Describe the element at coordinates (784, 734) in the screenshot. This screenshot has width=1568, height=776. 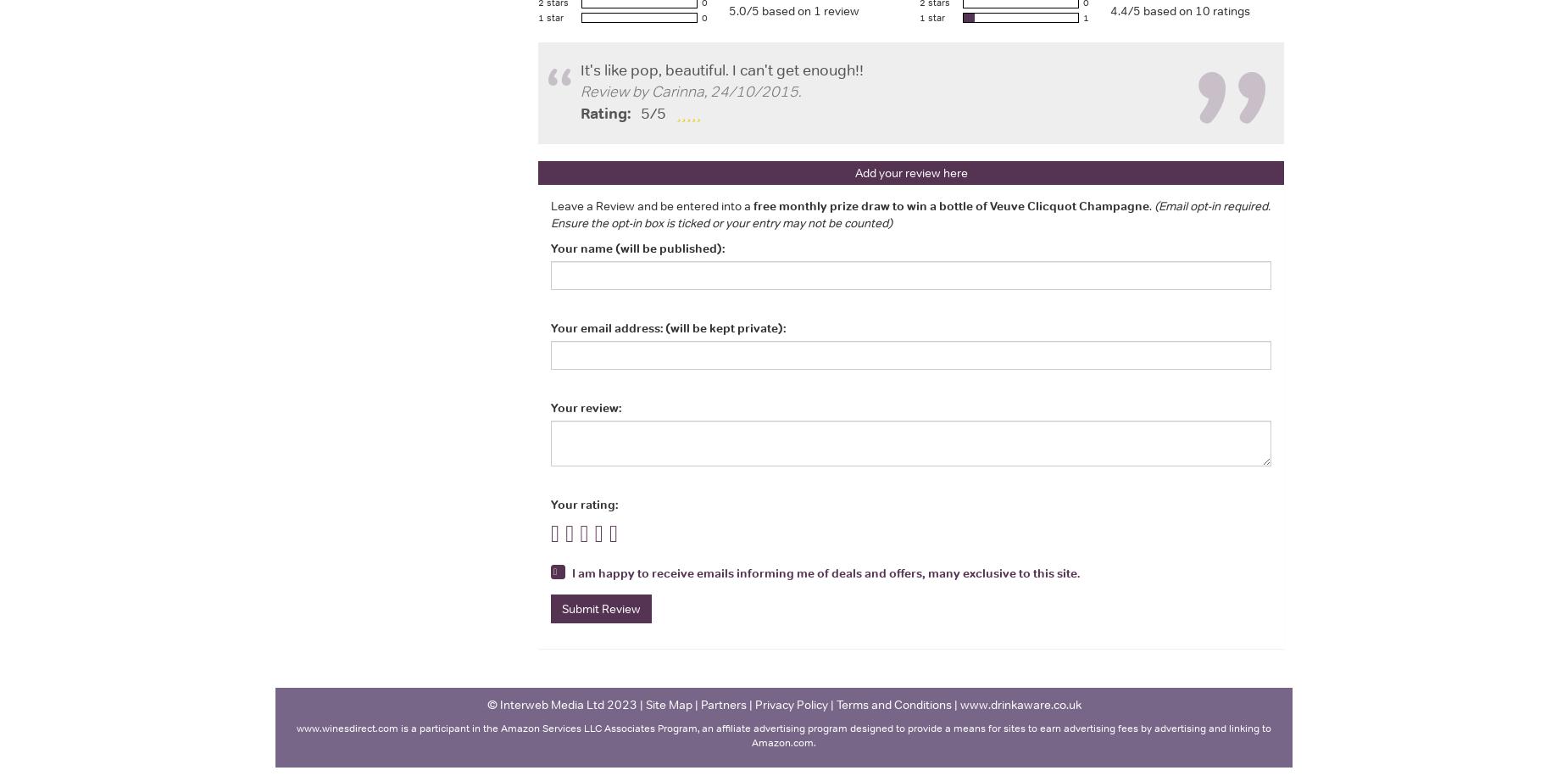
I see `'www.winesdirect.com ﻿﻿is a participant in the Amazon Services LLC Associates Program, an affiliate advertising program designed to provide a means for sites to earn advertising fees by advertising and linking to Amazon.com.'` at that location.